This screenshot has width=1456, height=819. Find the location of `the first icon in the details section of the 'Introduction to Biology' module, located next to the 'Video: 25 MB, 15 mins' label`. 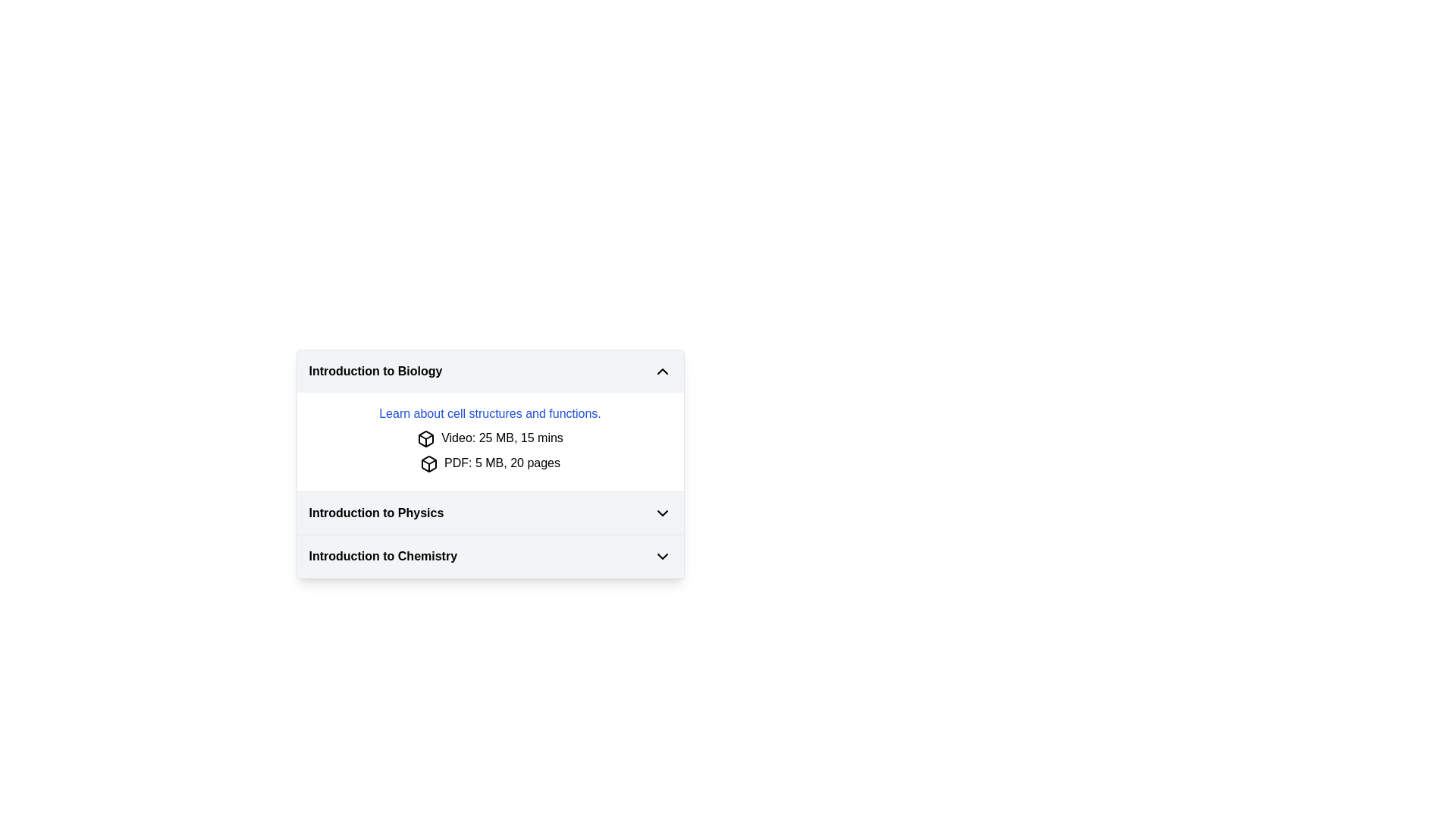

the first icon in the details section of the 'Introduction to Biology' module, located next to the 'Video: 25 MB, 15 mins' label is located at coordinates (425, 438).